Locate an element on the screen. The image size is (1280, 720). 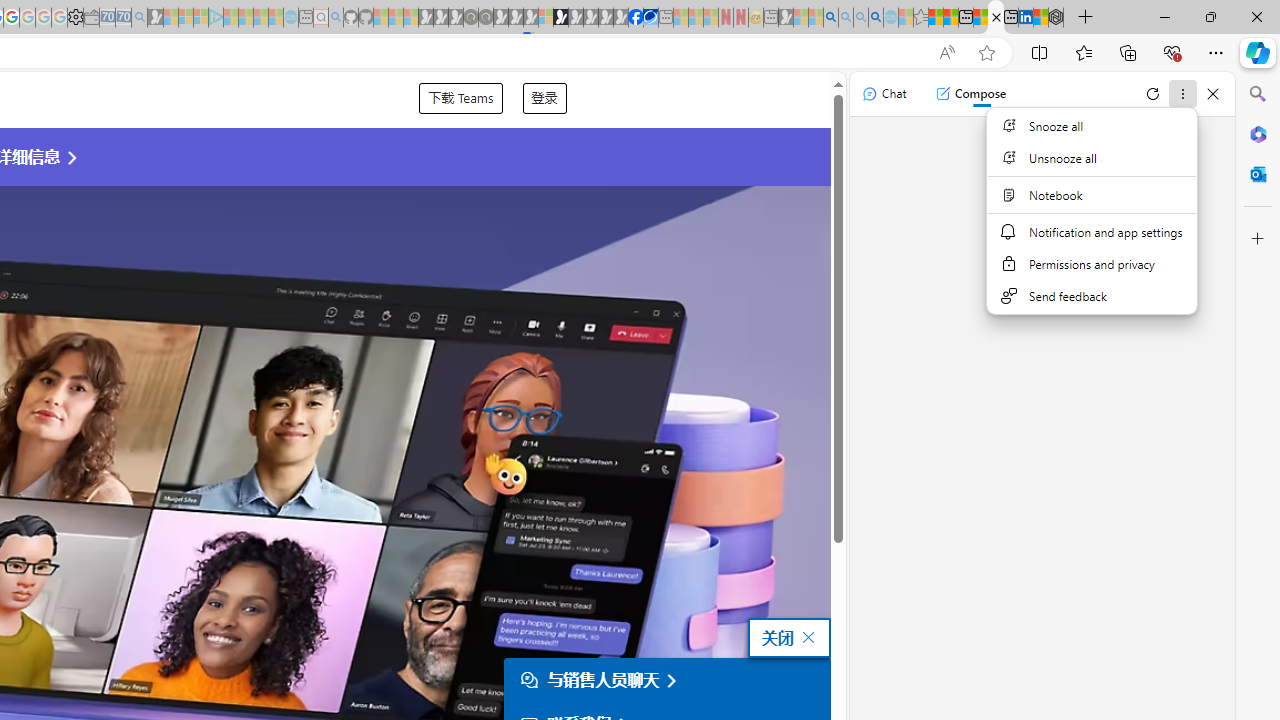
'Favorites - Sleeping' is located at coordinates (919, 17).